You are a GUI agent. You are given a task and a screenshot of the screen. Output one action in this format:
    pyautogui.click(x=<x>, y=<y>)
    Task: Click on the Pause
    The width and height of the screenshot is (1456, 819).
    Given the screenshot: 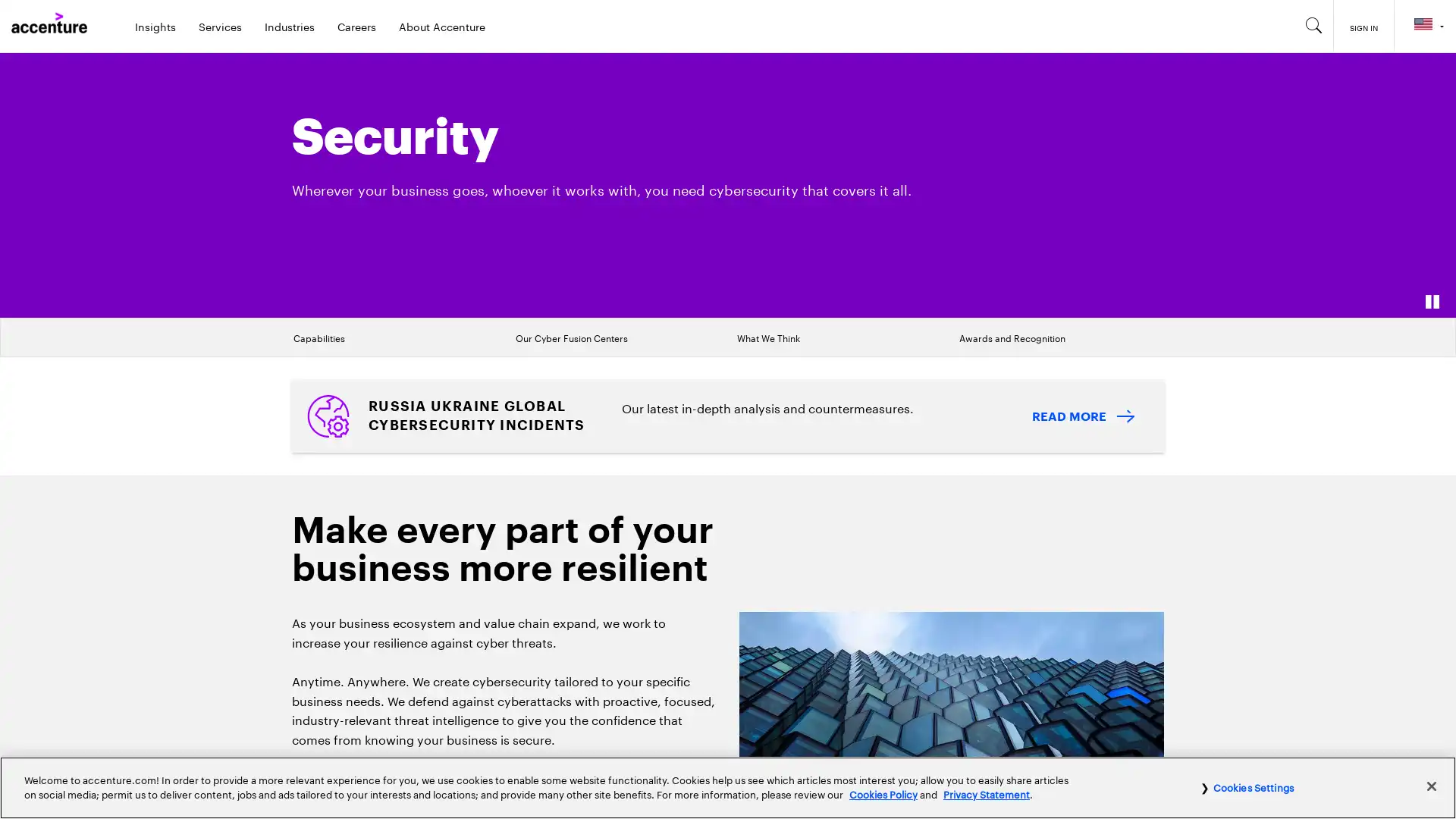 What is the action you would take?
    pyautogui.click(x=1430, y=301)
    